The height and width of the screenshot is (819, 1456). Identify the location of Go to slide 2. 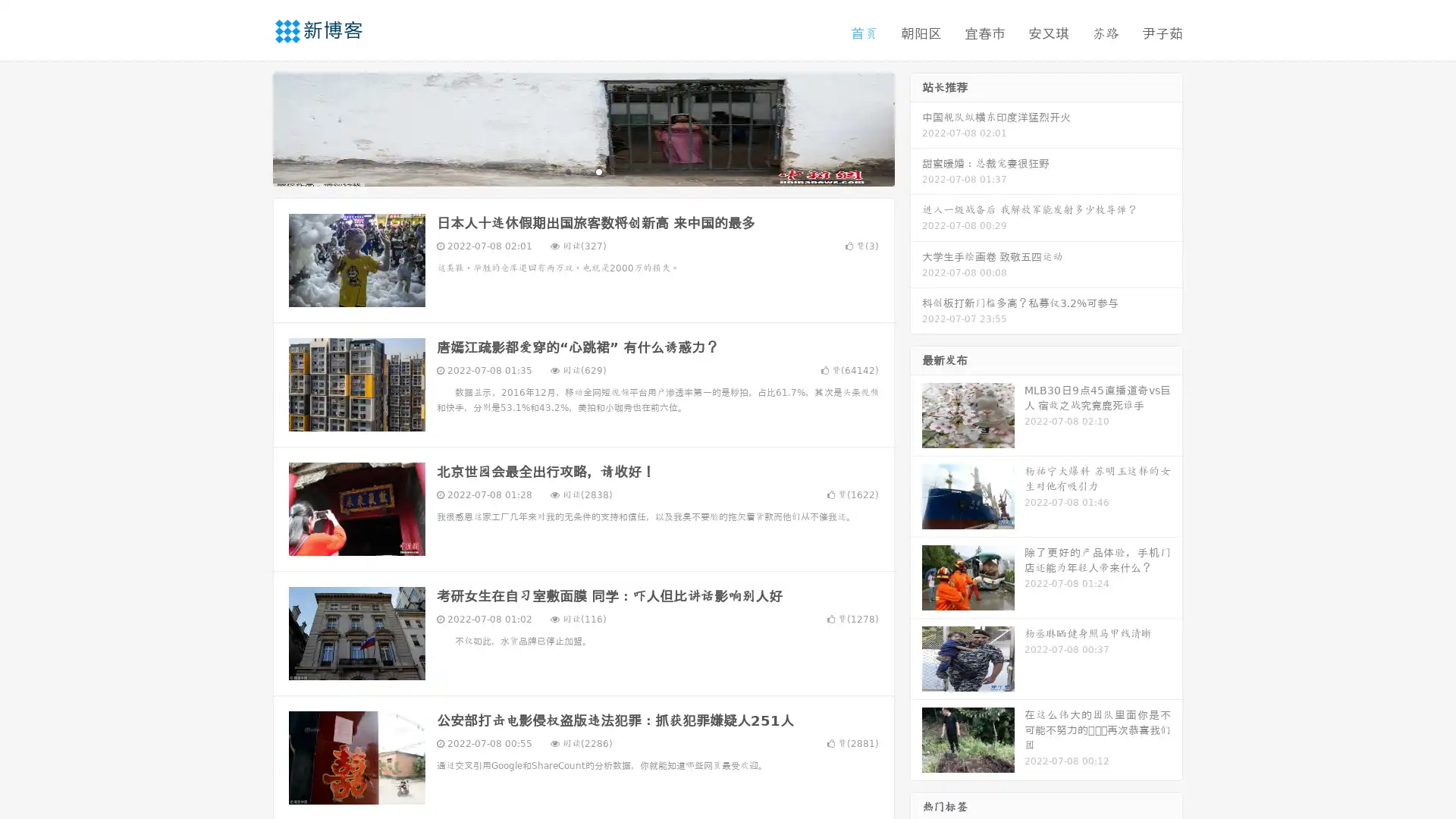
(582, 171).